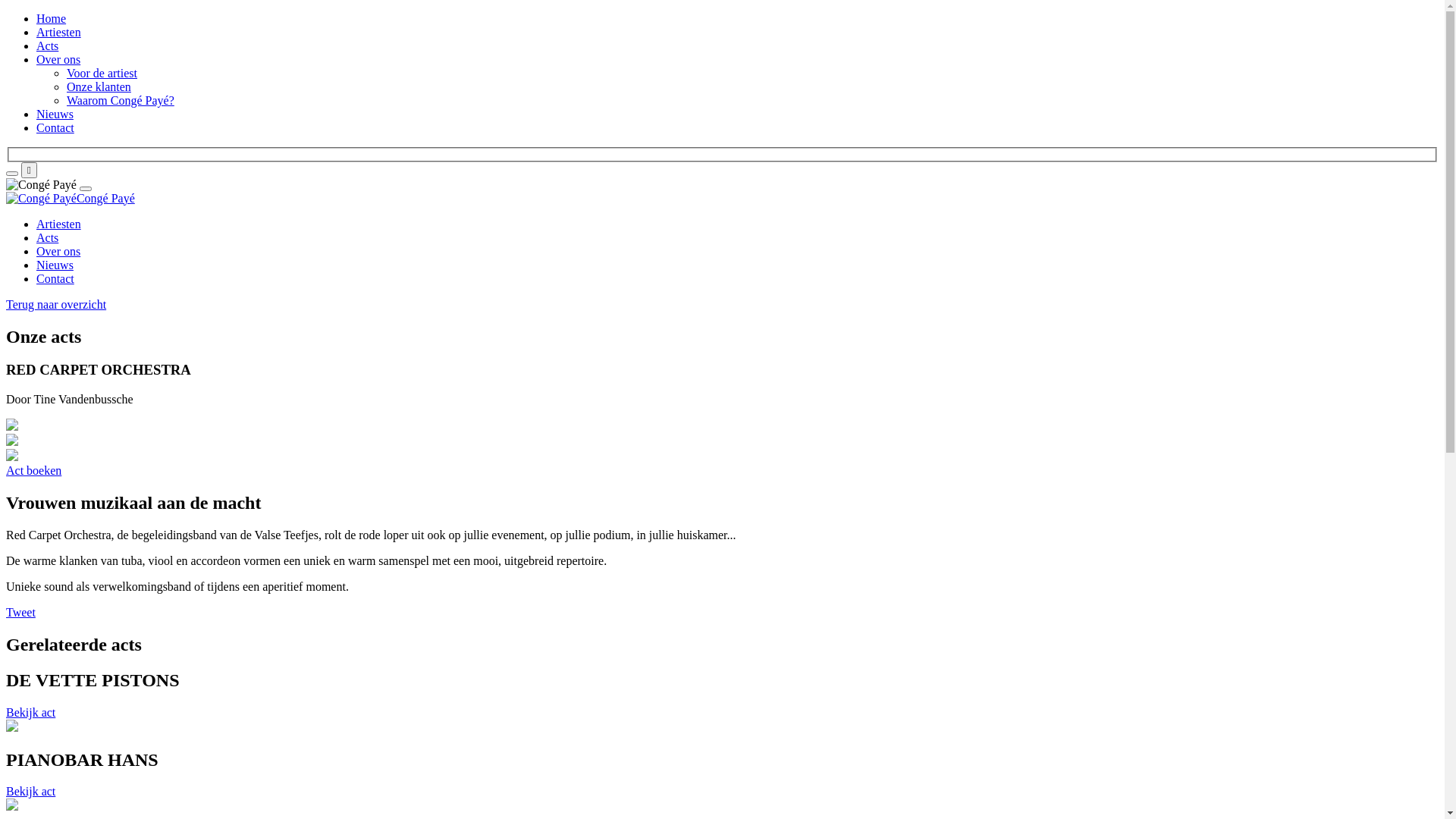  What do you see at coordinates (55, 304) in the screenshot?
I see `'Terug naar overzicht'` at bounding box center [55, 304].